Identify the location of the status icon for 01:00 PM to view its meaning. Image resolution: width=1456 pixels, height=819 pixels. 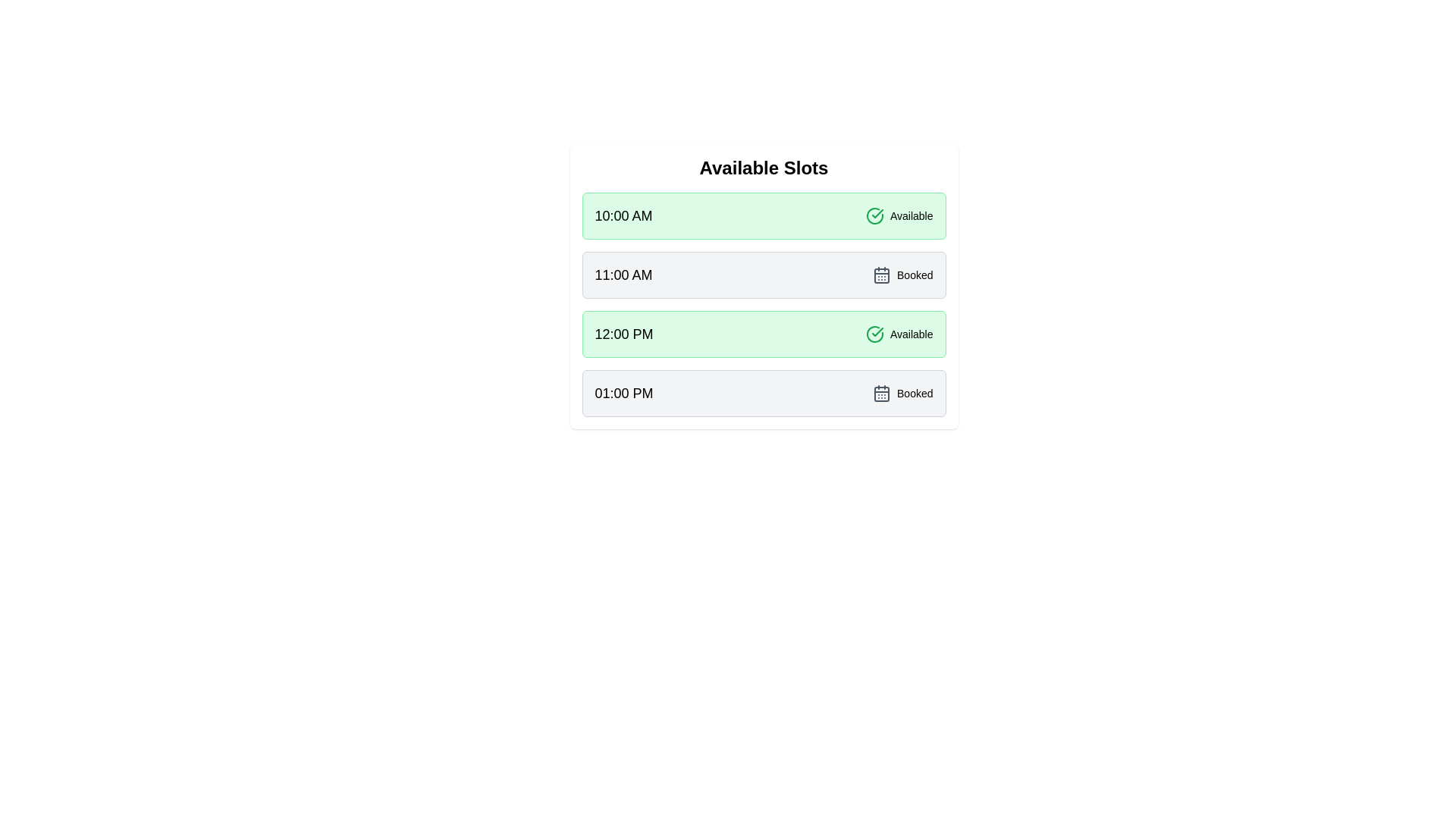
(881, 393).